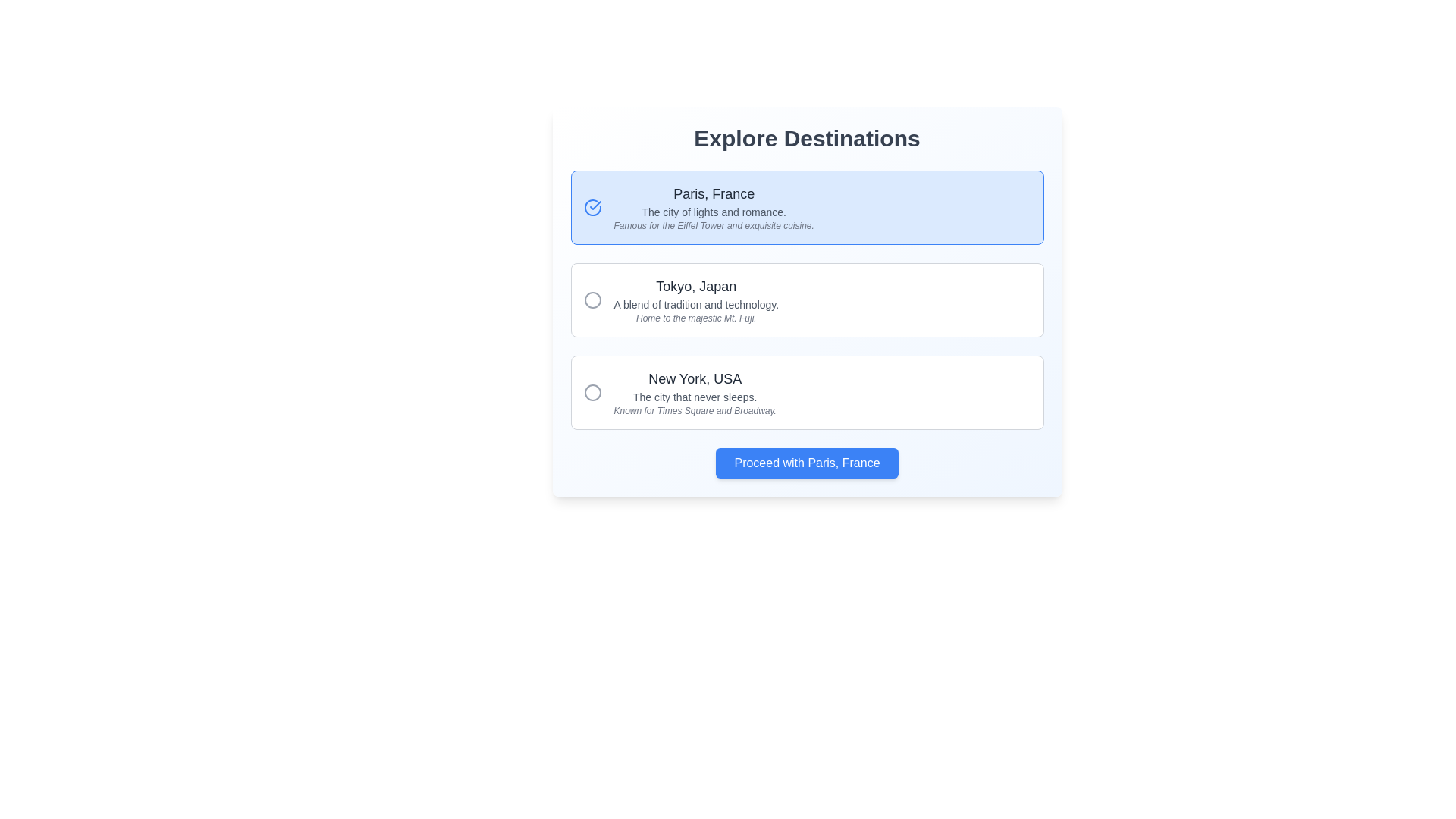 The image size is (1456, 819). I want to click on the text label identifying the geographical location 'Tokyo, Japan', which serves as a title above the descriptive text elements and is visually non-interactive, so click(695, 287).